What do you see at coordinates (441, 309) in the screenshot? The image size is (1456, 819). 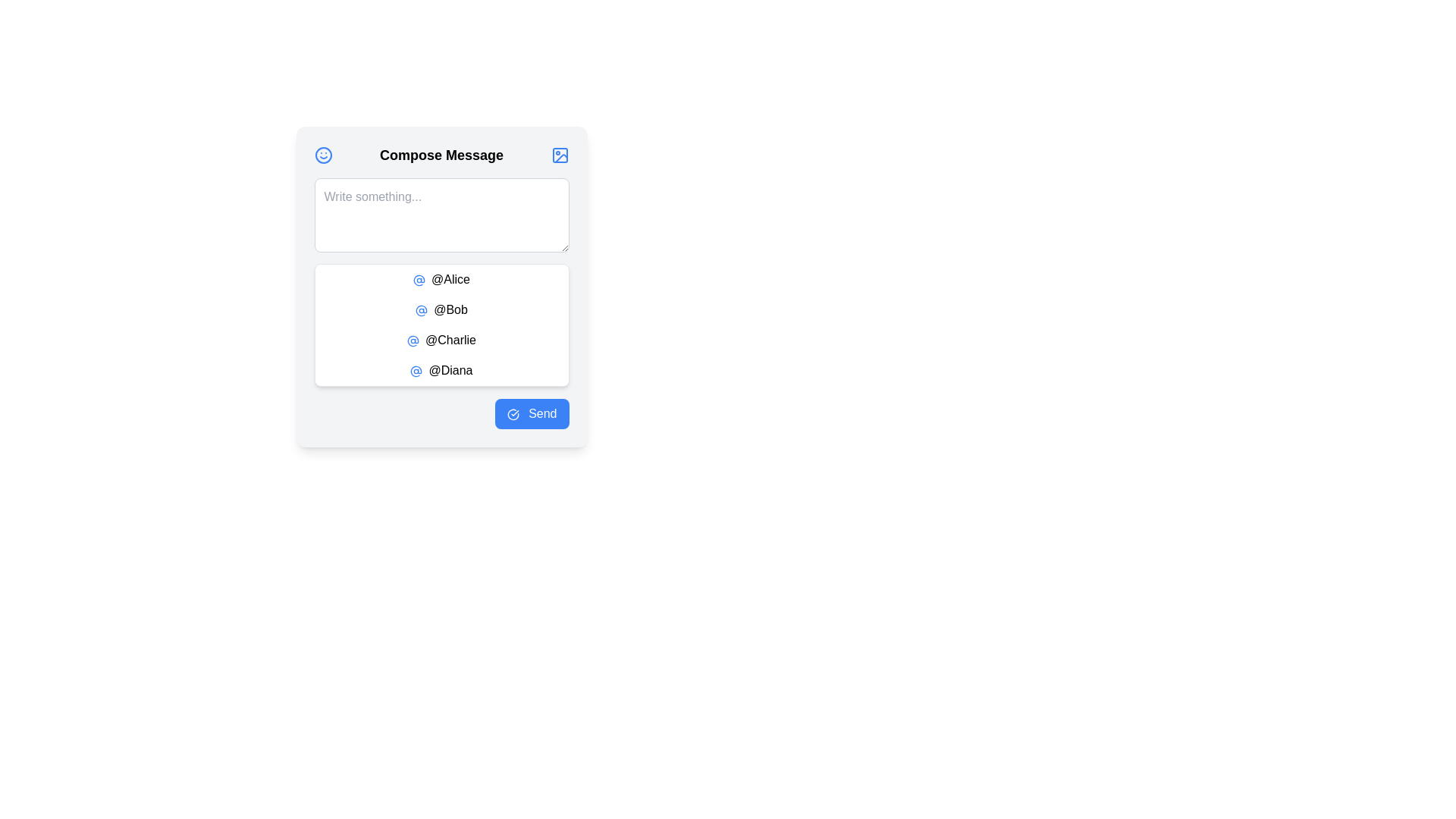 I see `the selectable list item displaying '@Bob' with a blue '@' icon` at bounding box center [441, 309].